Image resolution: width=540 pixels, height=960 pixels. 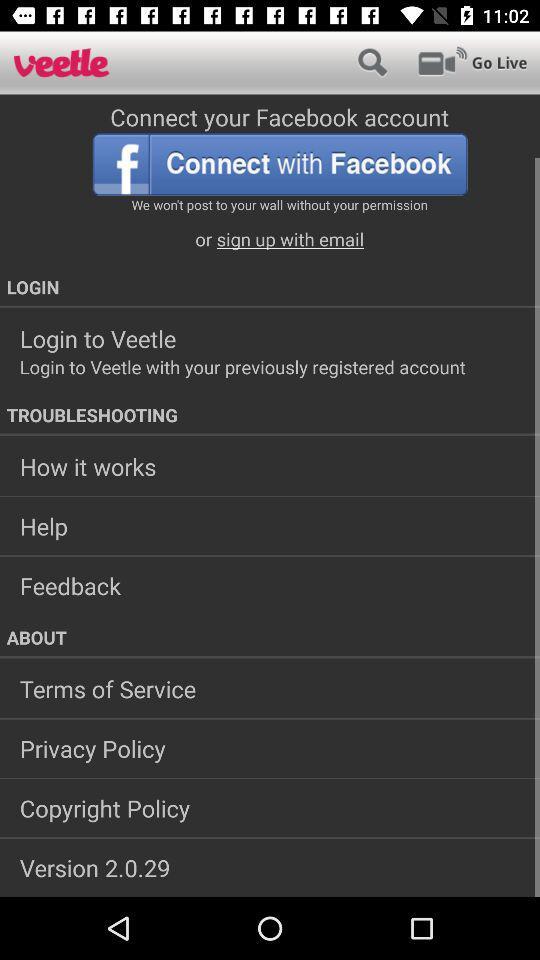 What do you see at coordinates (270, 689) in the screenshot?
I see `terms of service app` at bounding box center [270, 689].